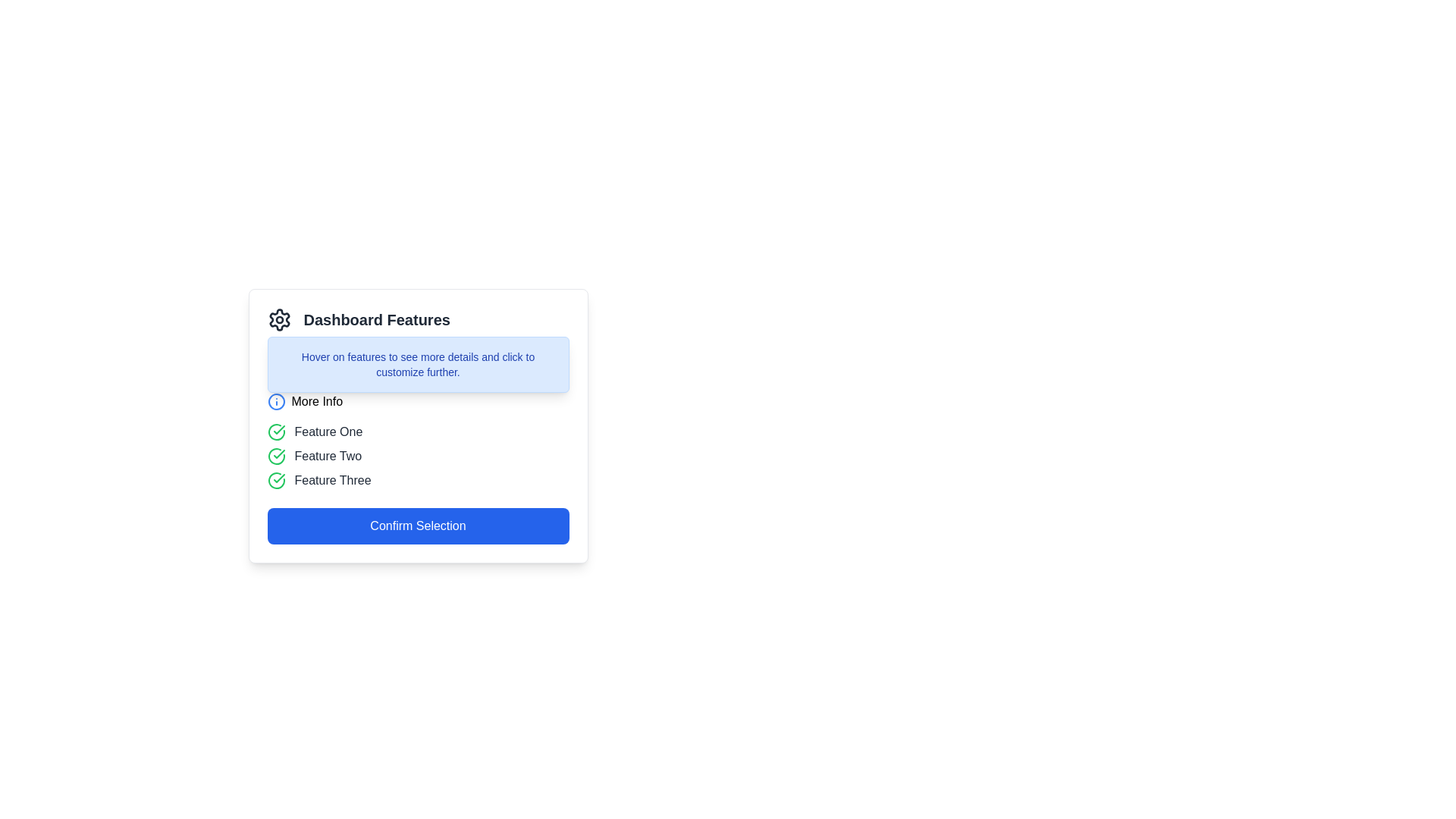  I want to click on the text label displaying 'Feature Three' which is prominently styled in dark gray, located in the third position of the feature list, so click(332, 480).